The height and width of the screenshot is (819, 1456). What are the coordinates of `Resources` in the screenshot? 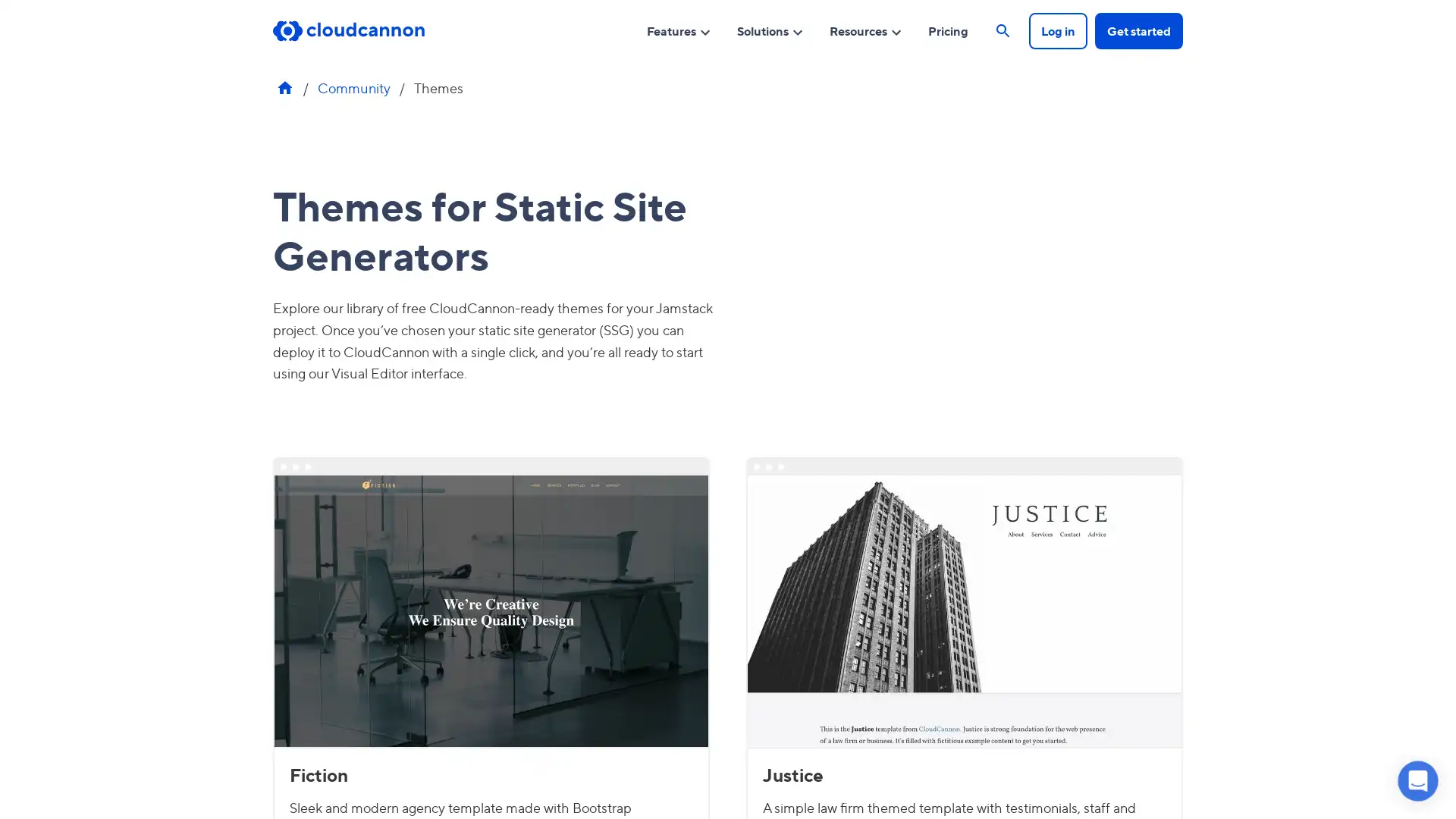 It's located at (866, 30).